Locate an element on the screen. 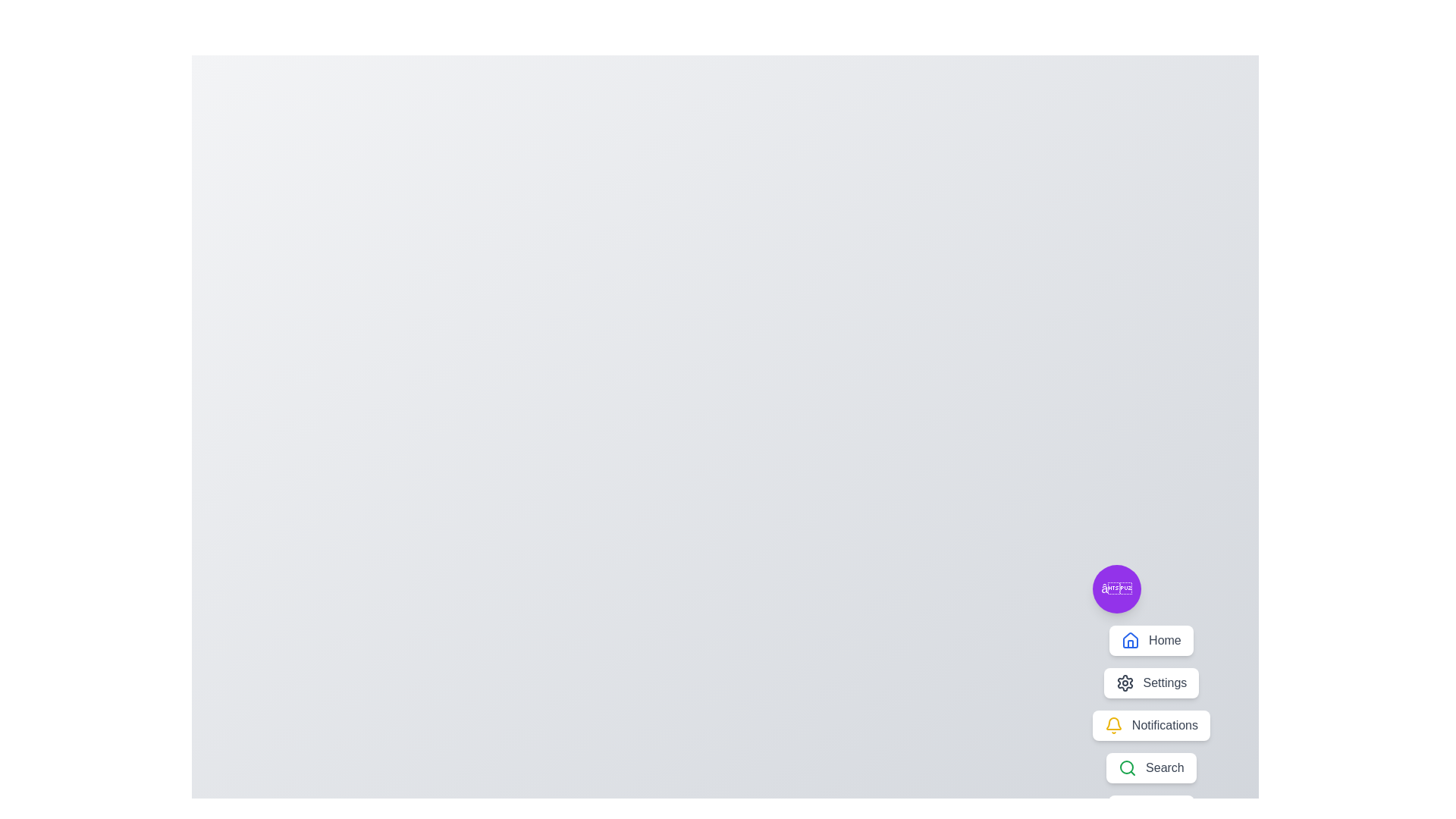 The width and height of the screenshot is (1456, 819). the menu item labeled Settings is located at coordinates (1150, 683).